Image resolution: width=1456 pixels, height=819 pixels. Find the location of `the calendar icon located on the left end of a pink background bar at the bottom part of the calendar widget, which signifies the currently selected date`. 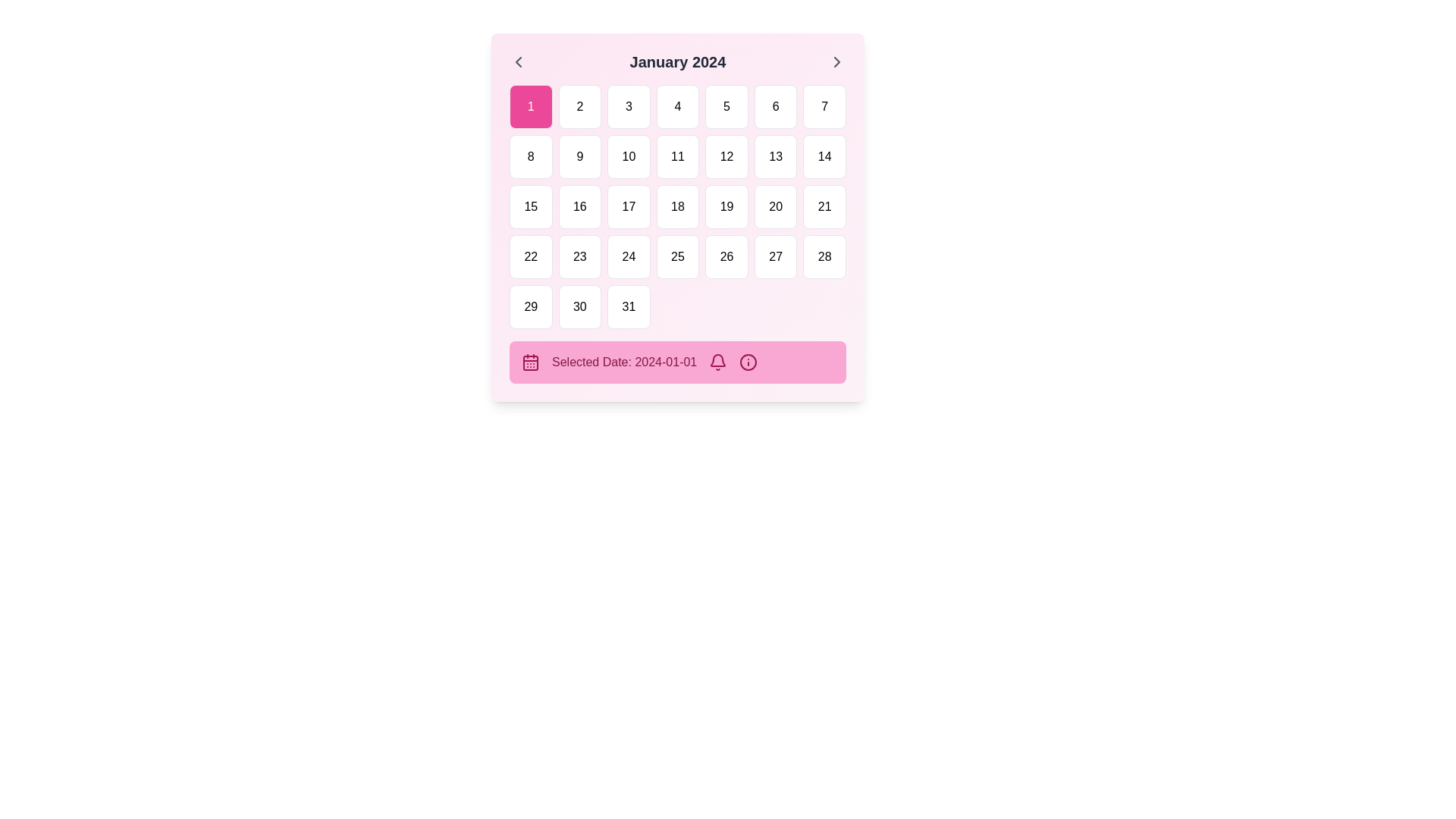

the calendar icon located on the left end of a pink background bar at the bottom part of the calendar widget, which signifies the currently selected date is located at coordinates (531, 362).